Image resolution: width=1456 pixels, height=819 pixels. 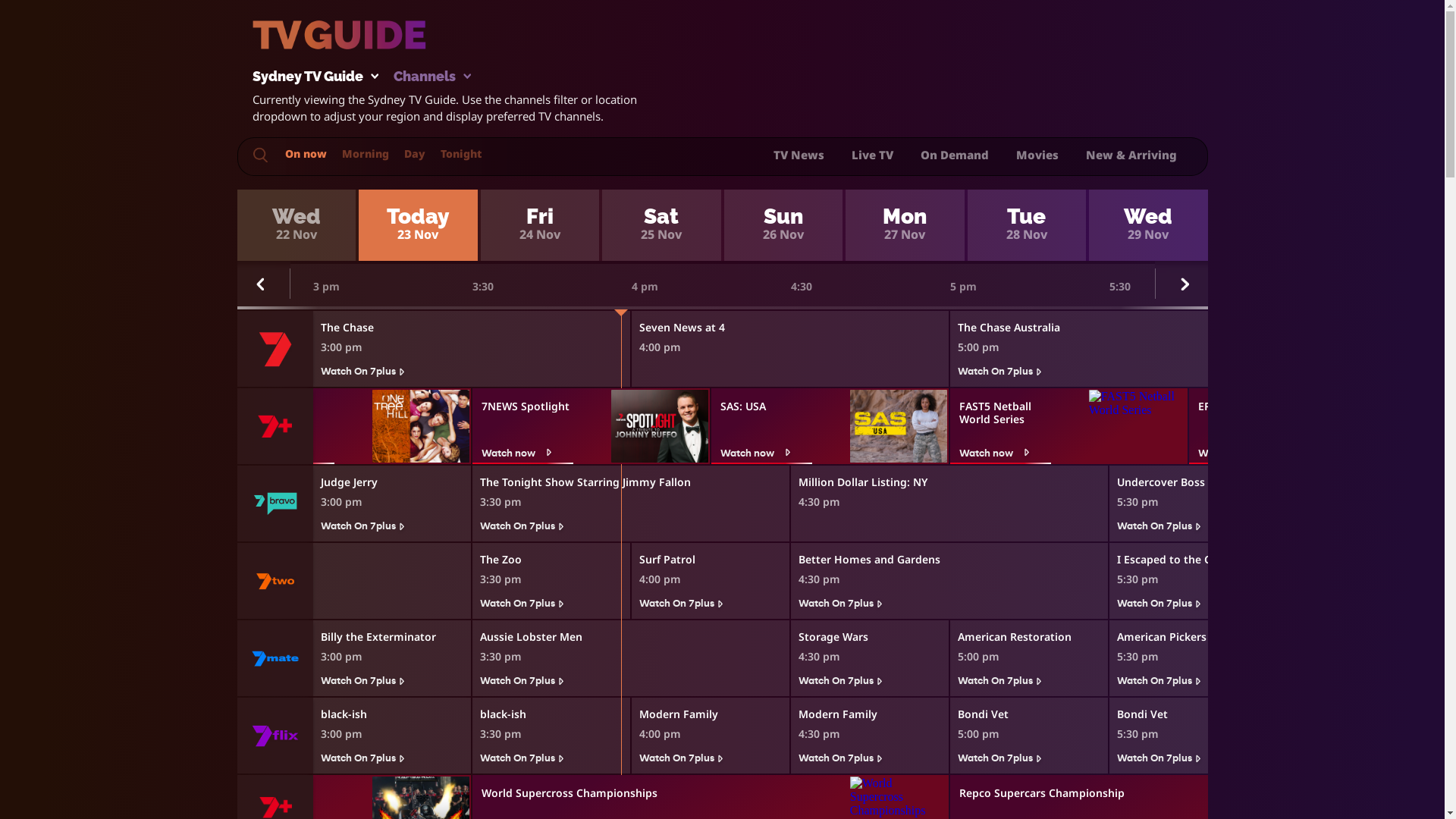 I want to click on 'Fri, so click(x=479, y=225).